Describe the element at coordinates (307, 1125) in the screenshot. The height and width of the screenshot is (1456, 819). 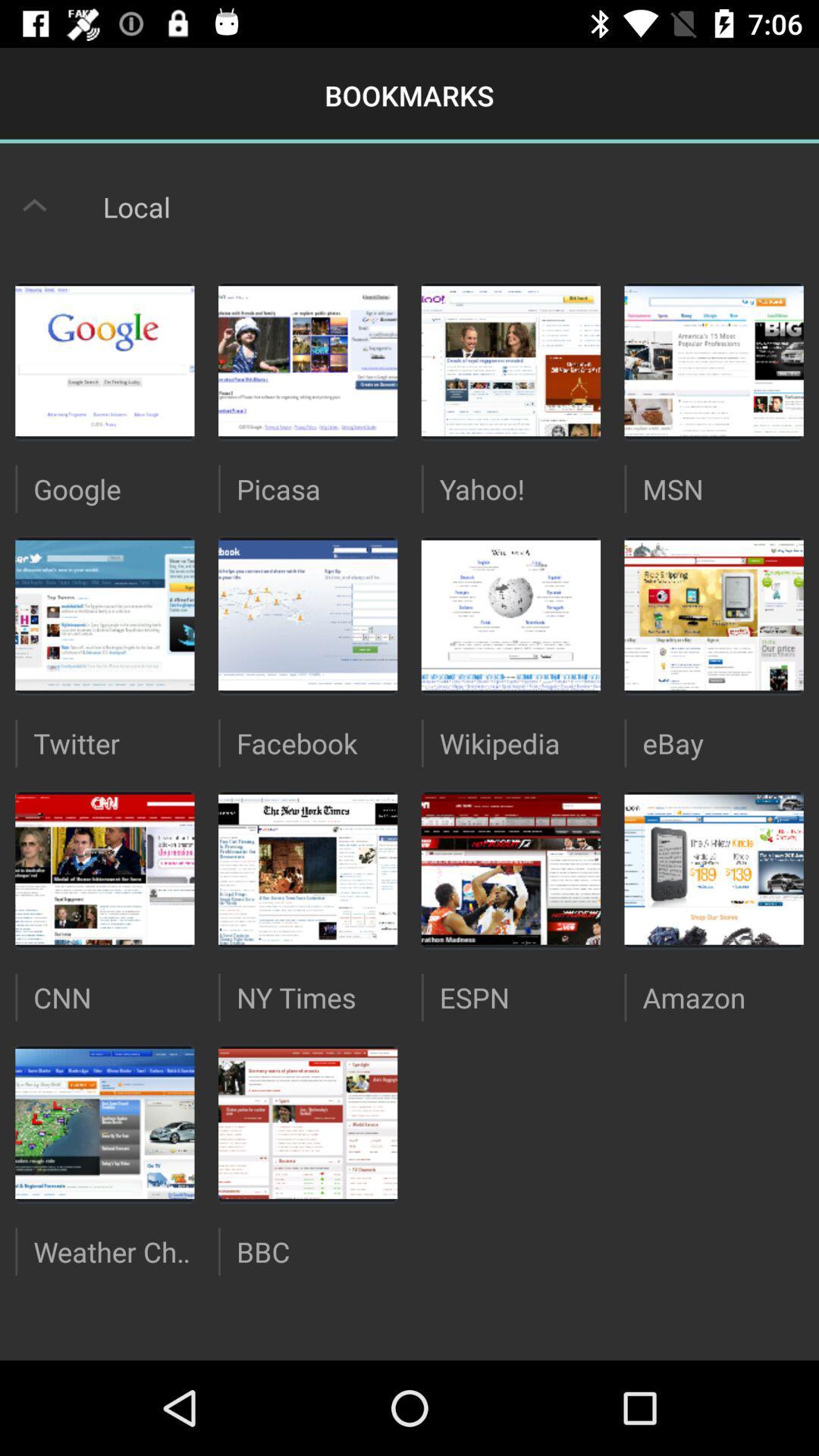
I see `image above bbc` at that location.